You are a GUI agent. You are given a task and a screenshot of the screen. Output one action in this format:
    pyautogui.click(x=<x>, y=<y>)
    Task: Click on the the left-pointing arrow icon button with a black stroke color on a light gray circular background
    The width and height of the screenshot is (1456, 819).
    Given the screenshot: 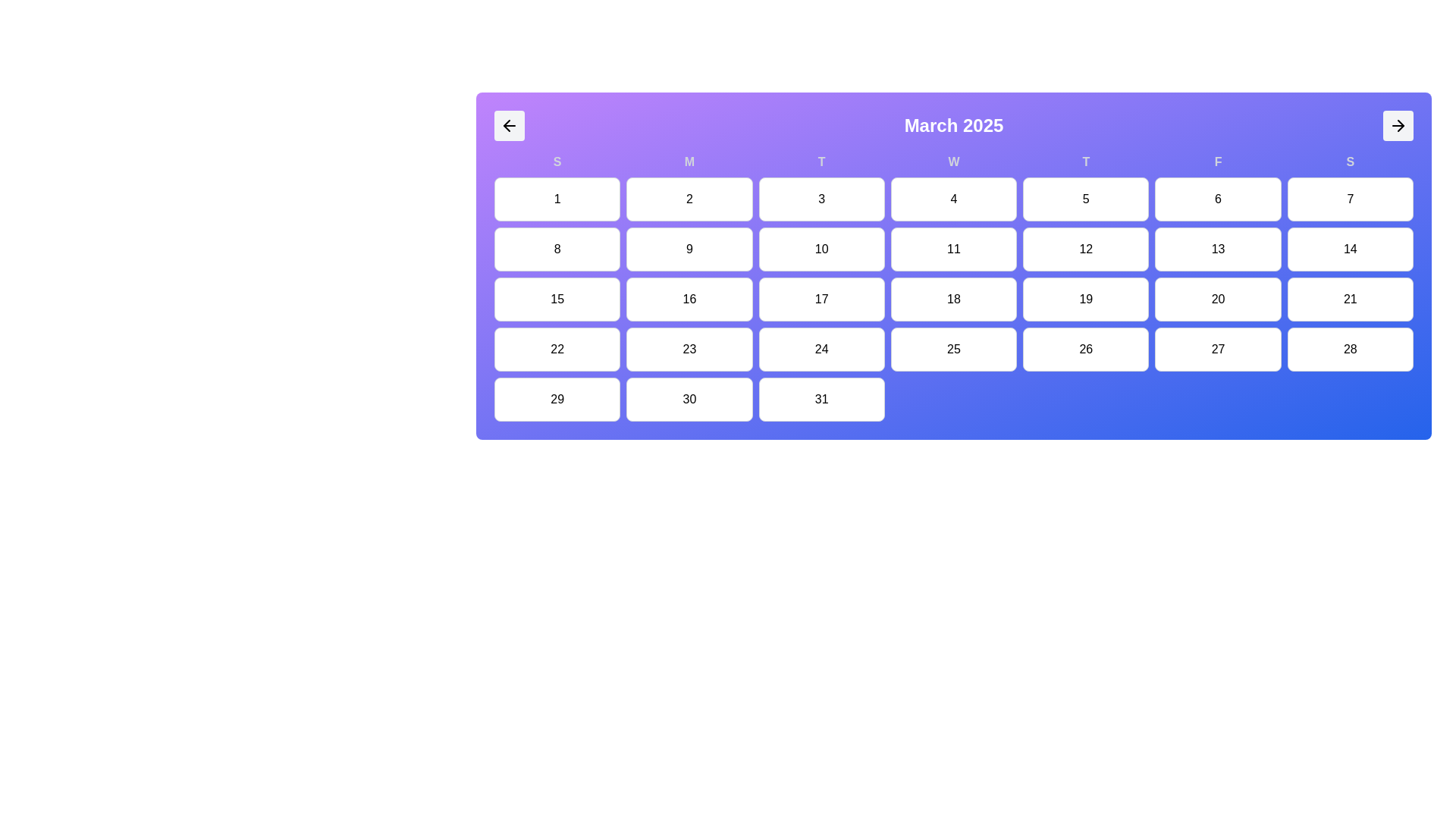 What is the action you would take?
    pyautogui.click(x=510, y=124)
    